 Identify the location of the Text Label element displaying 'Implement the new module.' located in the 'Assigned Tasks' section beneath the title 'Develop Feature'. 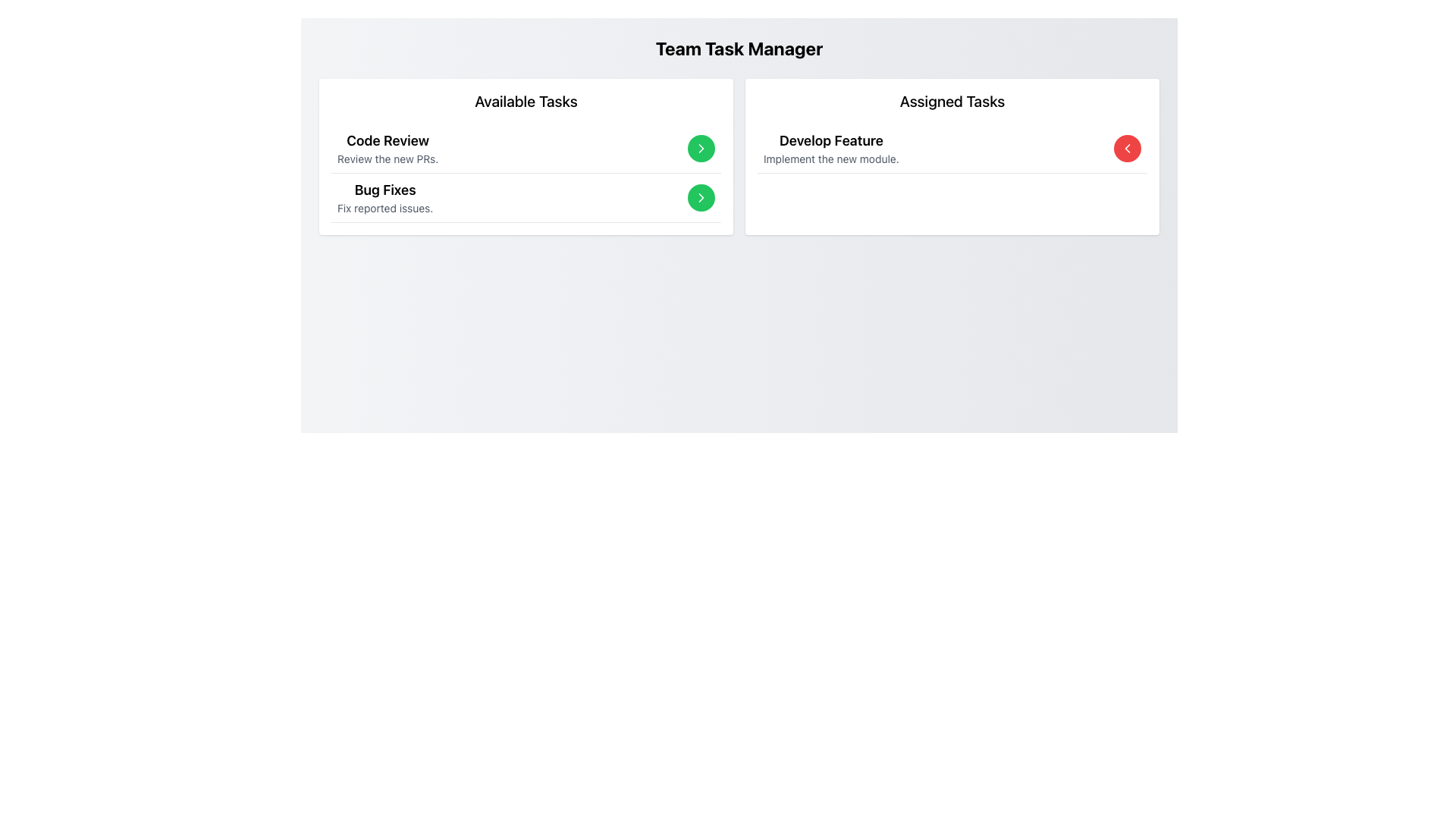
(830, 158).